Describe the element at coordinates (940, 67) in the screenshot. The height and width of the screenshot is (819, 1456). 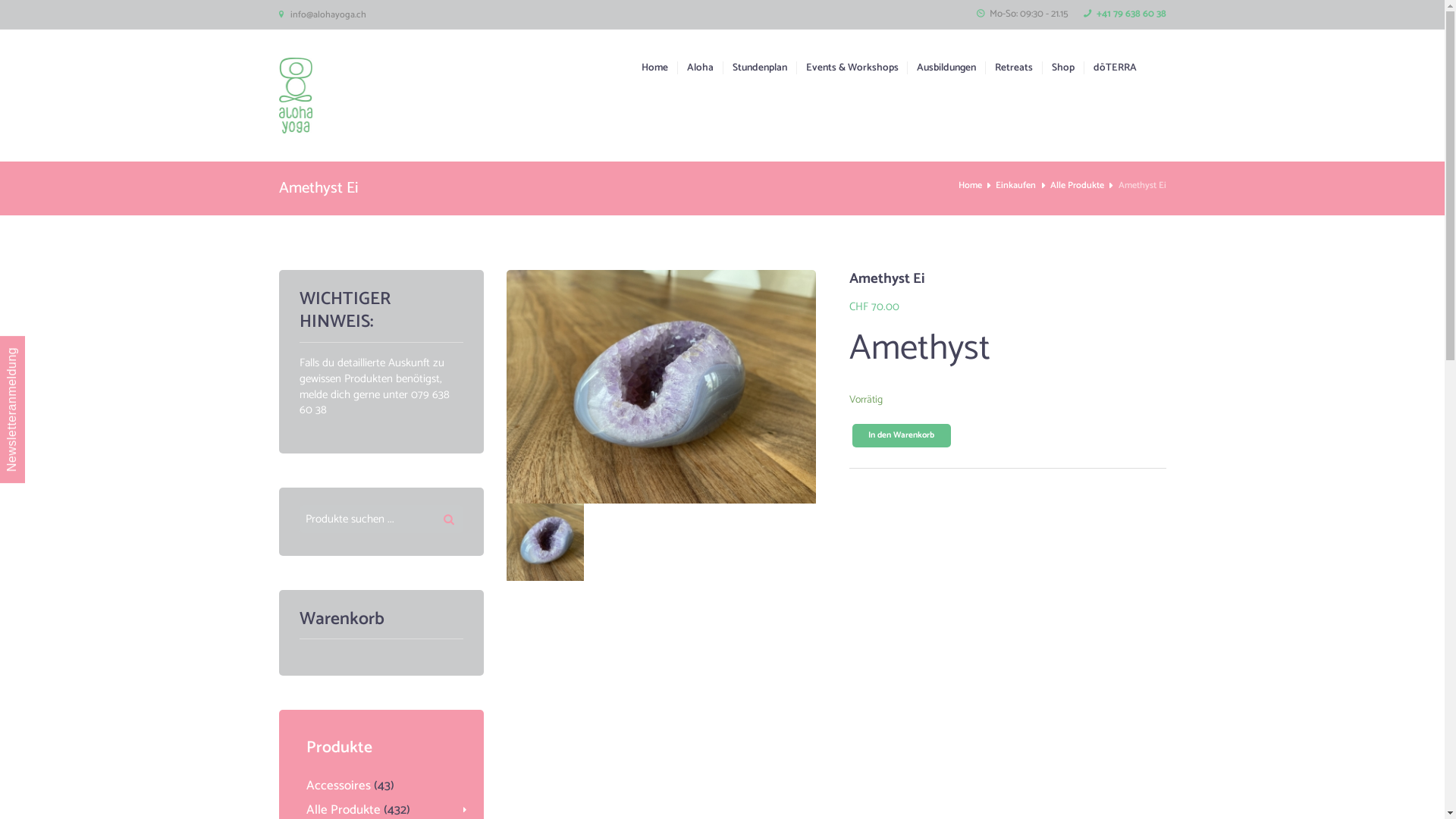
I see `'Ausbildungen'` at that location.